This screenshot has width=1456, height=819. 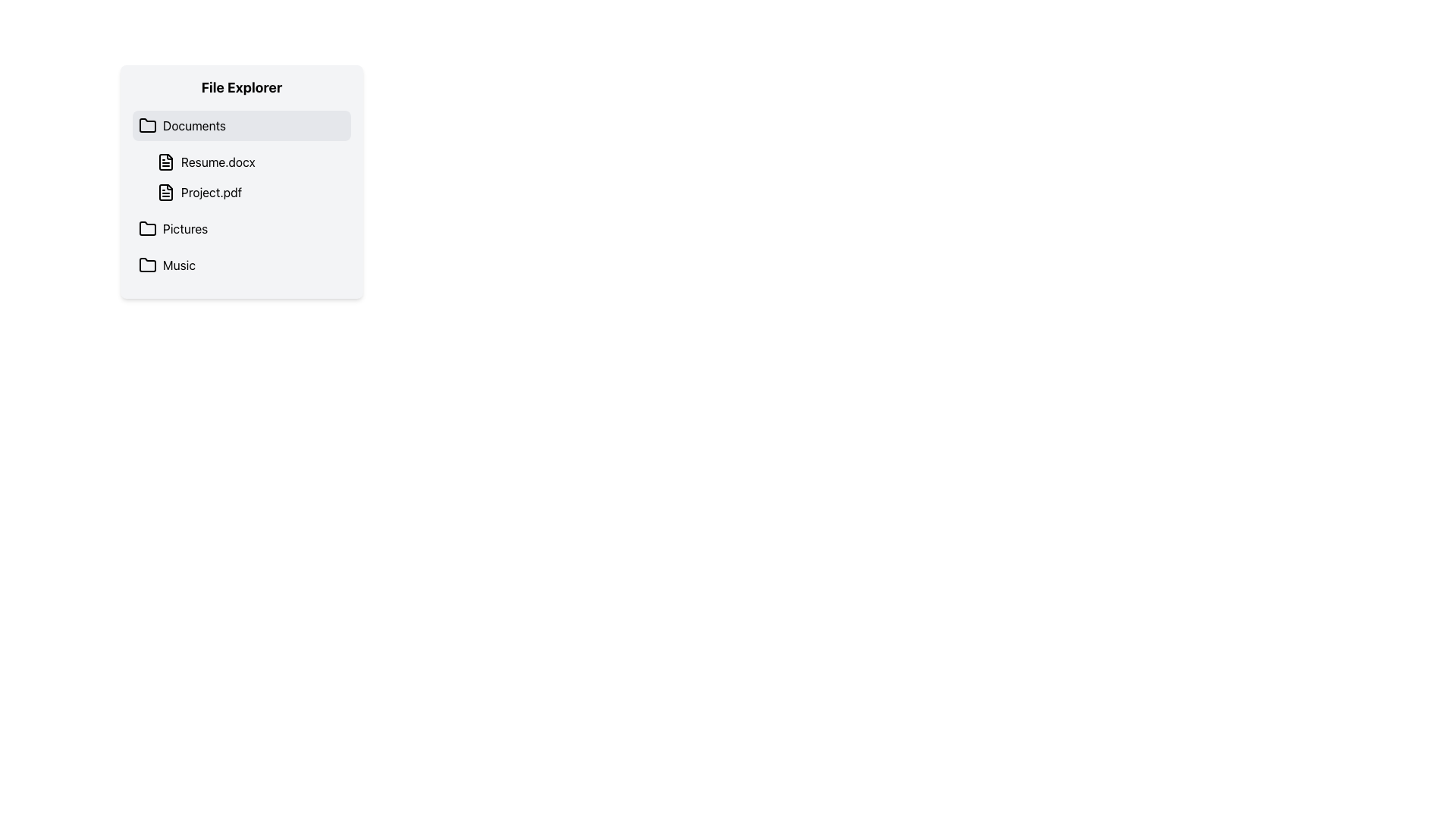 I want to click on the document-type file icon representing 'Project.pdf' in the file explorer interface, so click(x=166, y=192).